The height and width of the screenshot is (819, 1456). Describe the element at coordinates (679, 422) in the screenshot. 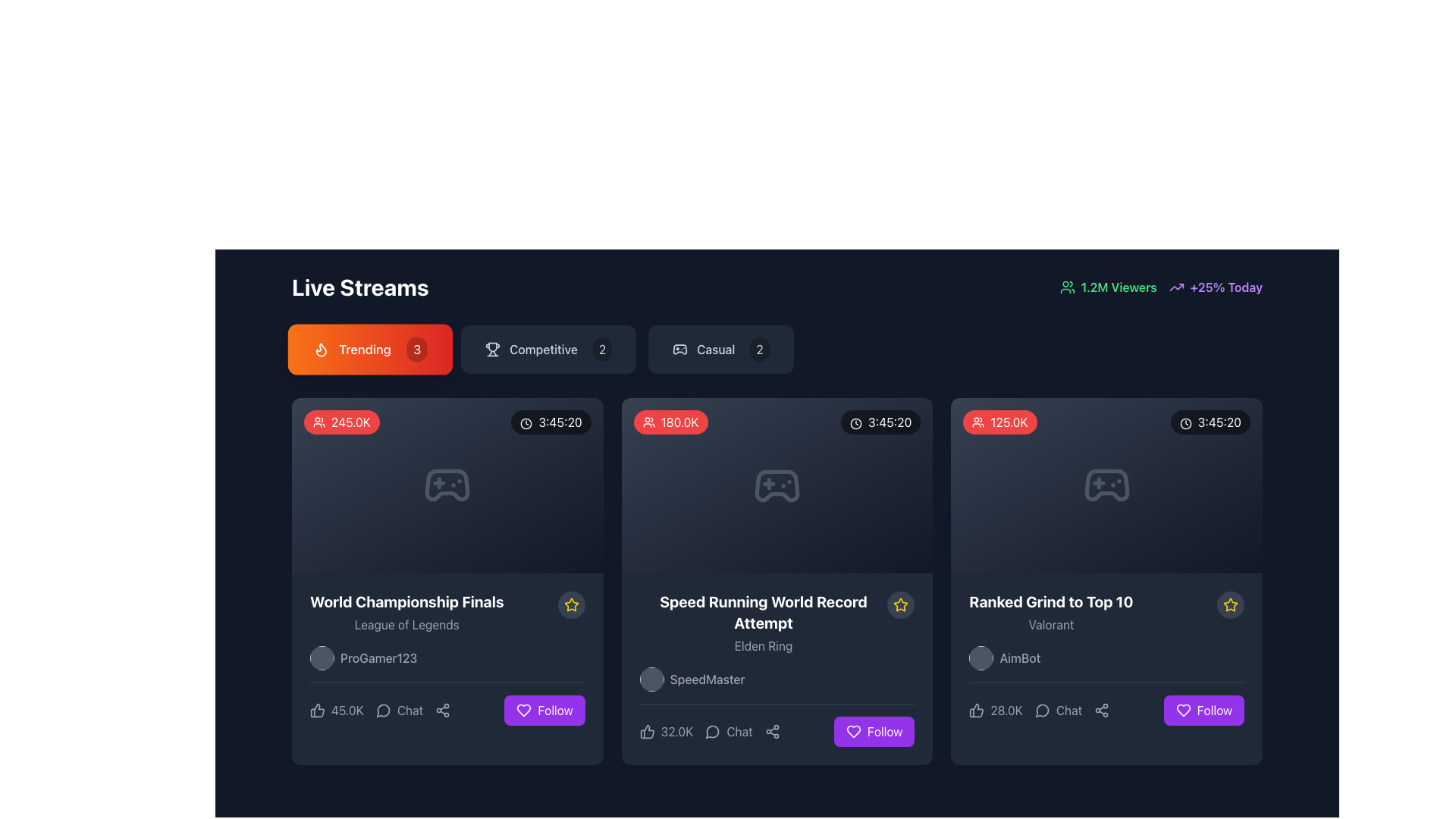

I see `the viewership count displayed as '180.0K' within the badge in the second content card, located near the top-left corner` at that location.